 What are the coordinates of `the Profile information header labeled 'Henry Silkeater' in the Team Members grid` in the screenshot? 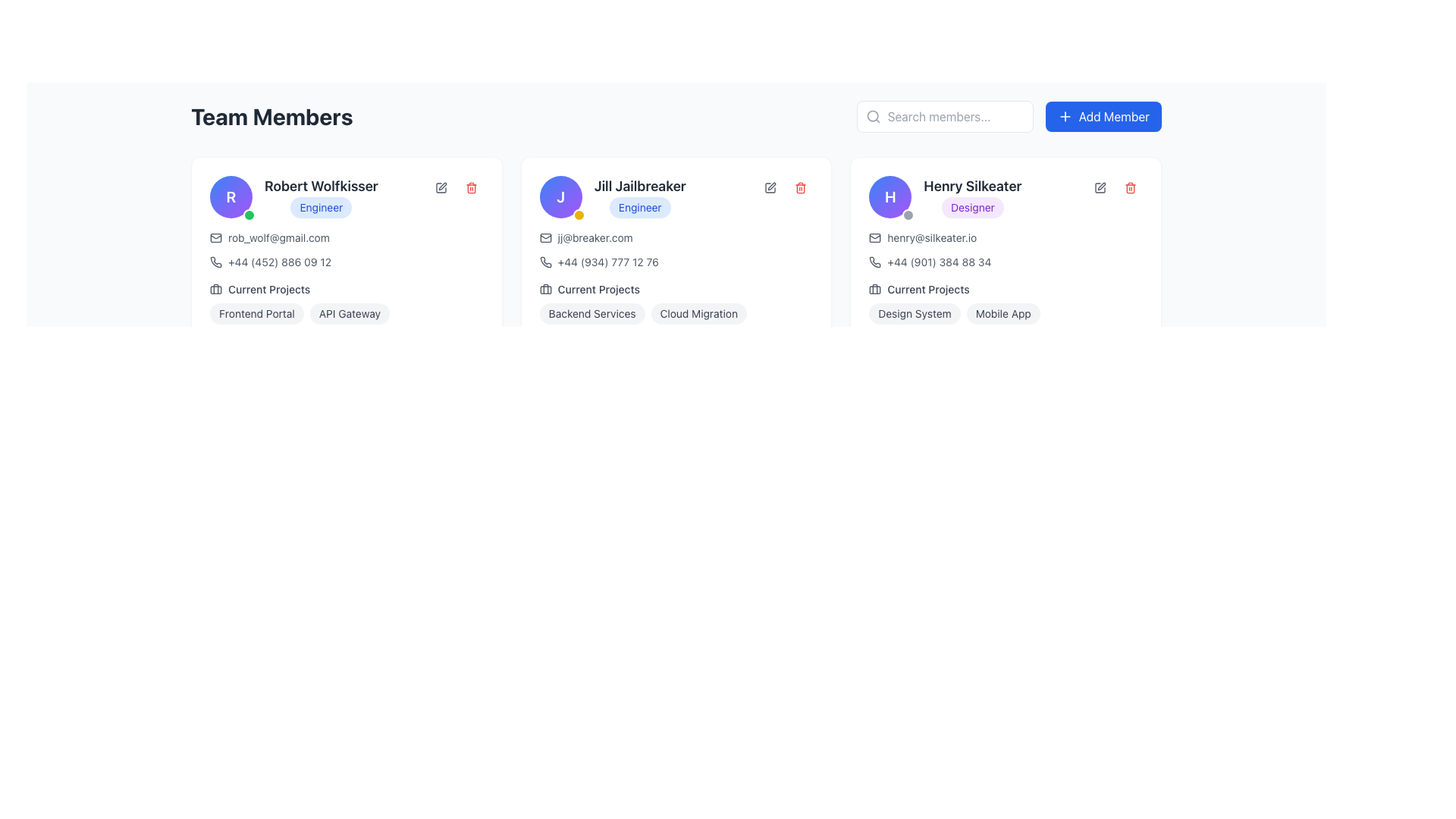 It's located at (1006, 196).